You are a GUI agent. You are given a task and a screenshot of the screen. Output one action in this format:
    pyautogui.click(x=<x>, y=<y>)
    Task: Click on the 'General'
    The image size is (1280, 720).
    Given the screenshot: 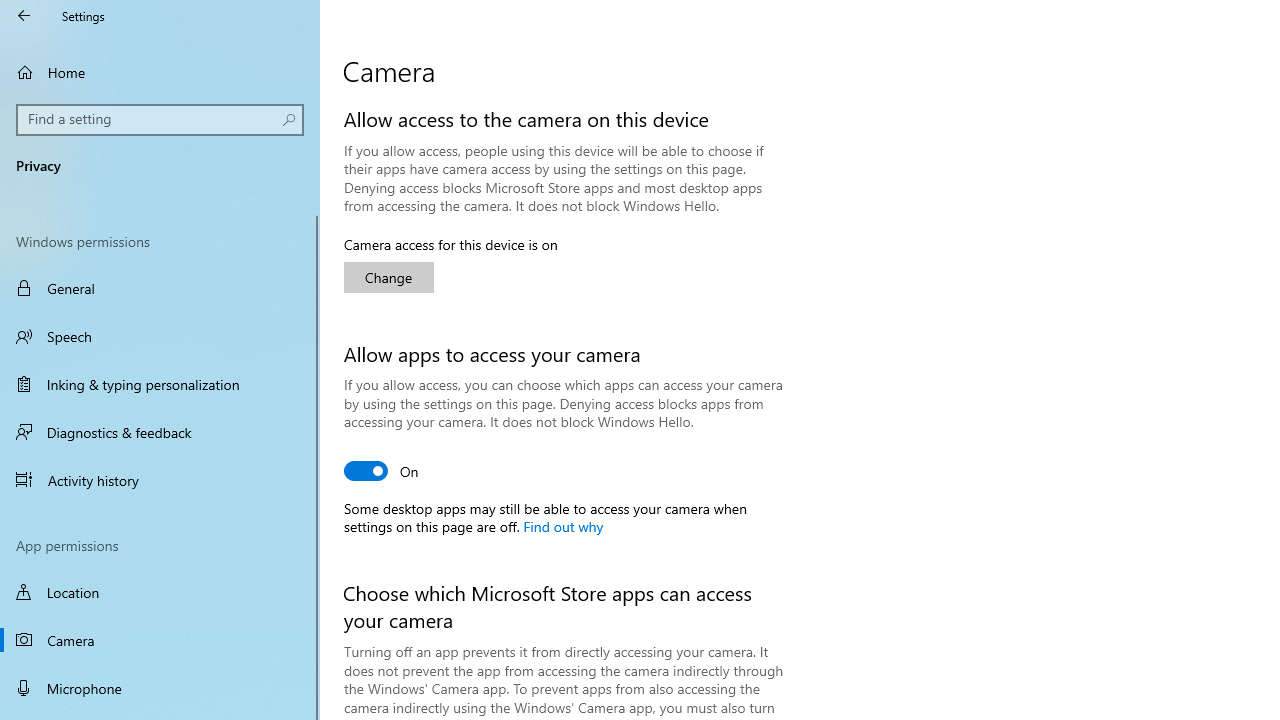 What is the action you would take?
    pyautogui.click(x=160, y=288)
    